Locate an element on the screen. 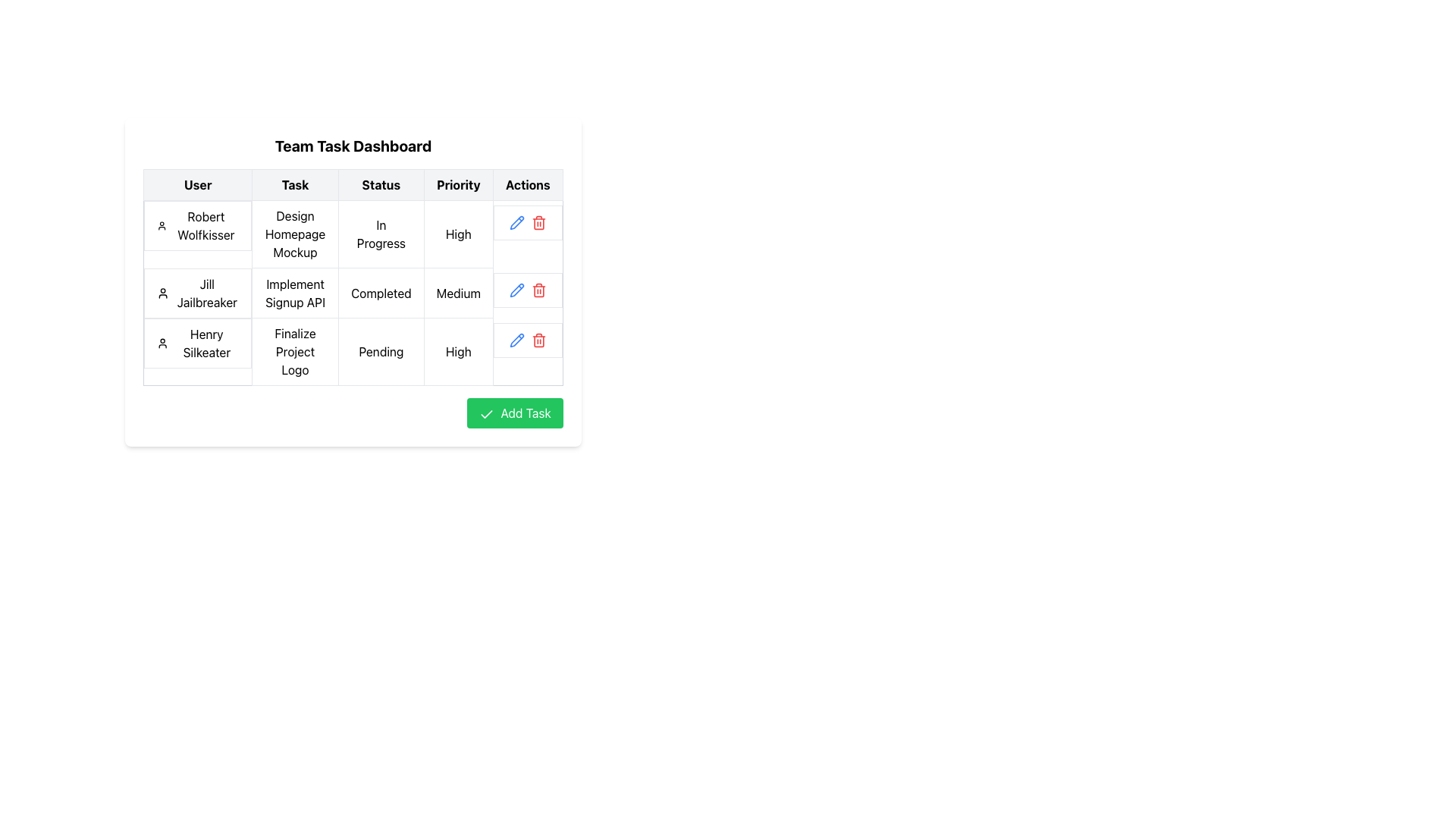  the edit icon button in the 'Actions' column of the first row in the task table to initiate editing is located at coordinates (517, 339).